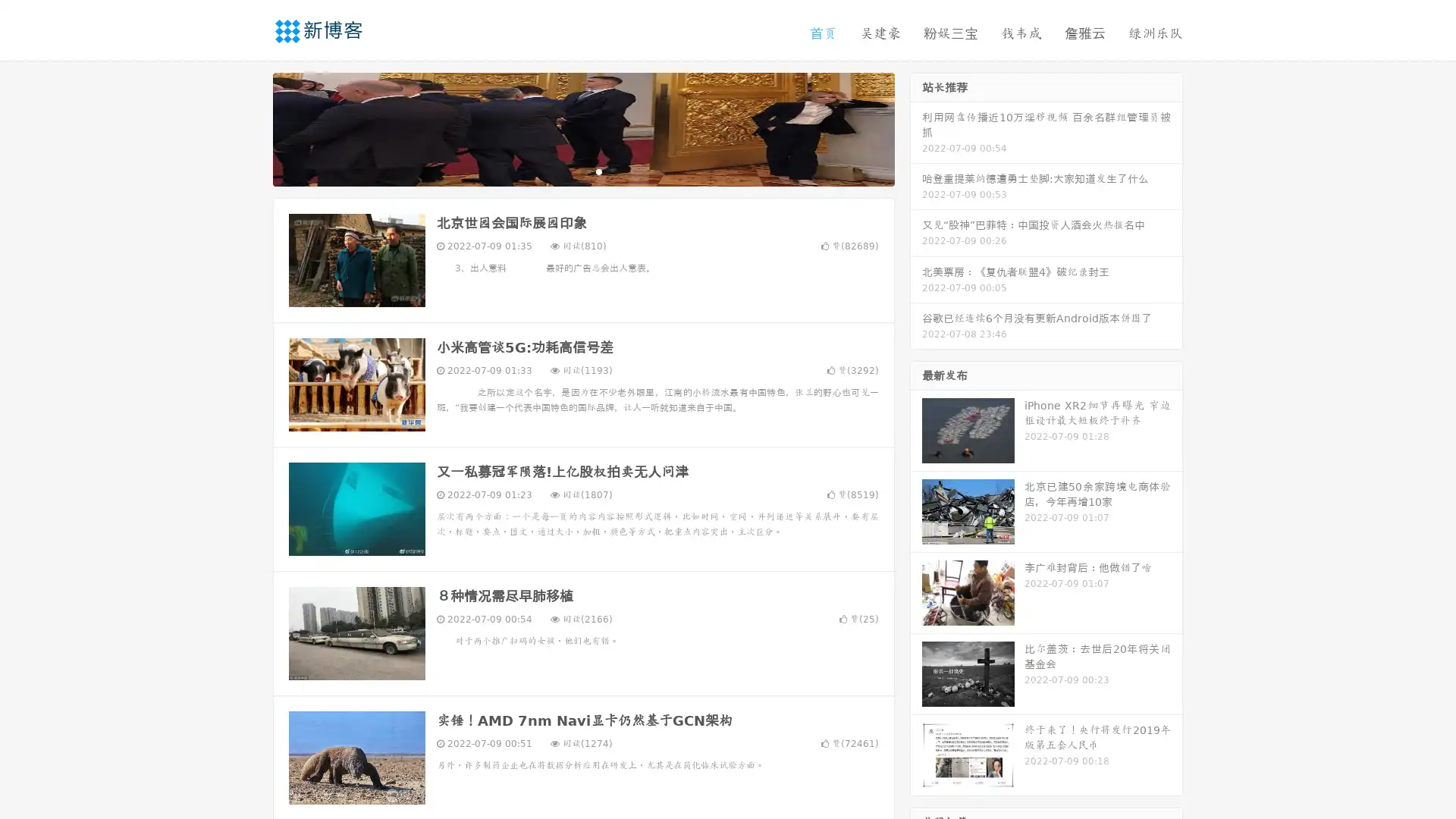  What do you see at coordinates (250, 127) in the screenshot?
I see `Previous slide` at bounding box center [250, 127].